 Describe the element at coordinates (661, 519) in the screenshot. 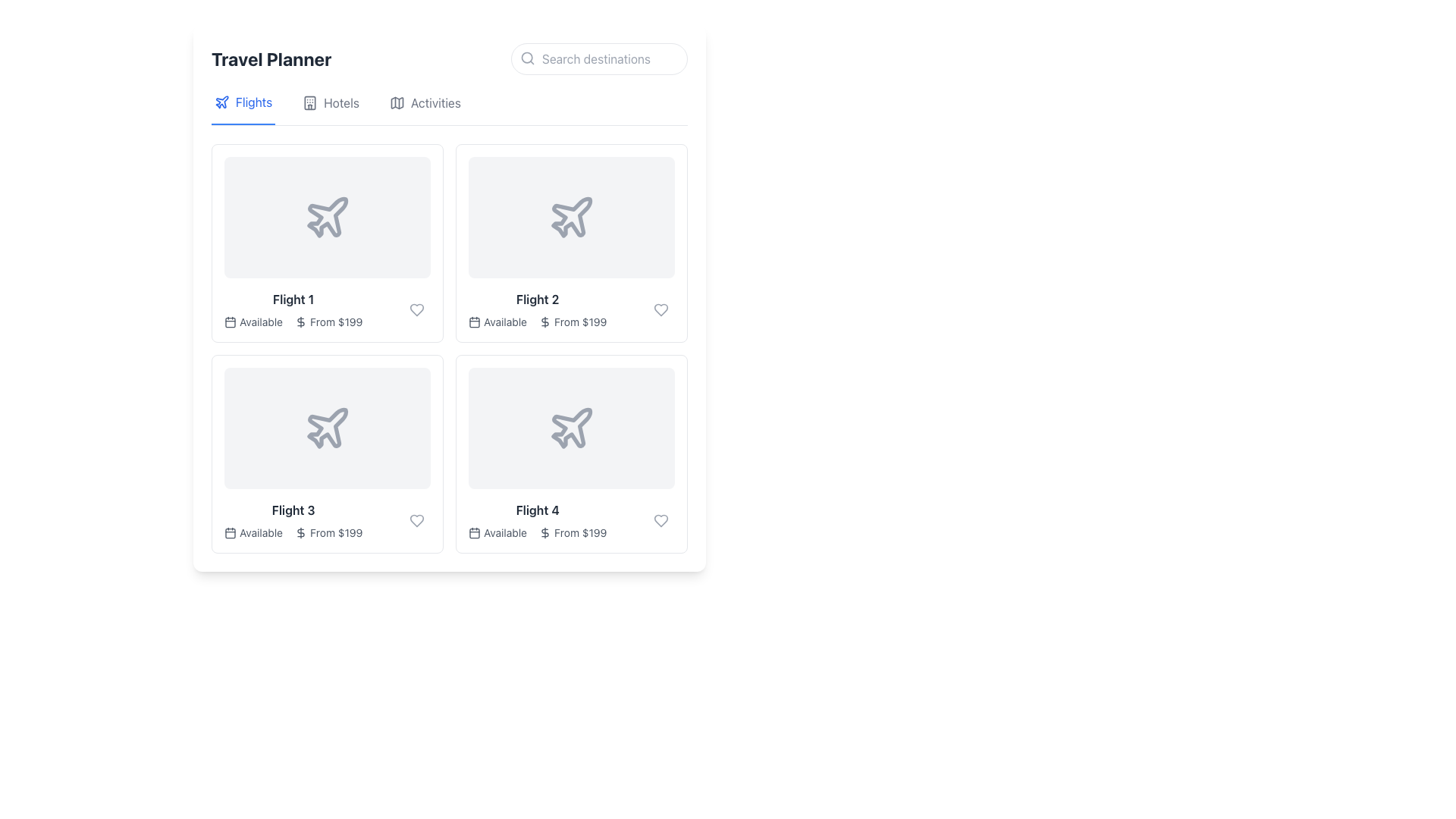

I see `the heart-shaped button located at the bottom-right corner of the cell associated with 'Flight 4'` at that location.